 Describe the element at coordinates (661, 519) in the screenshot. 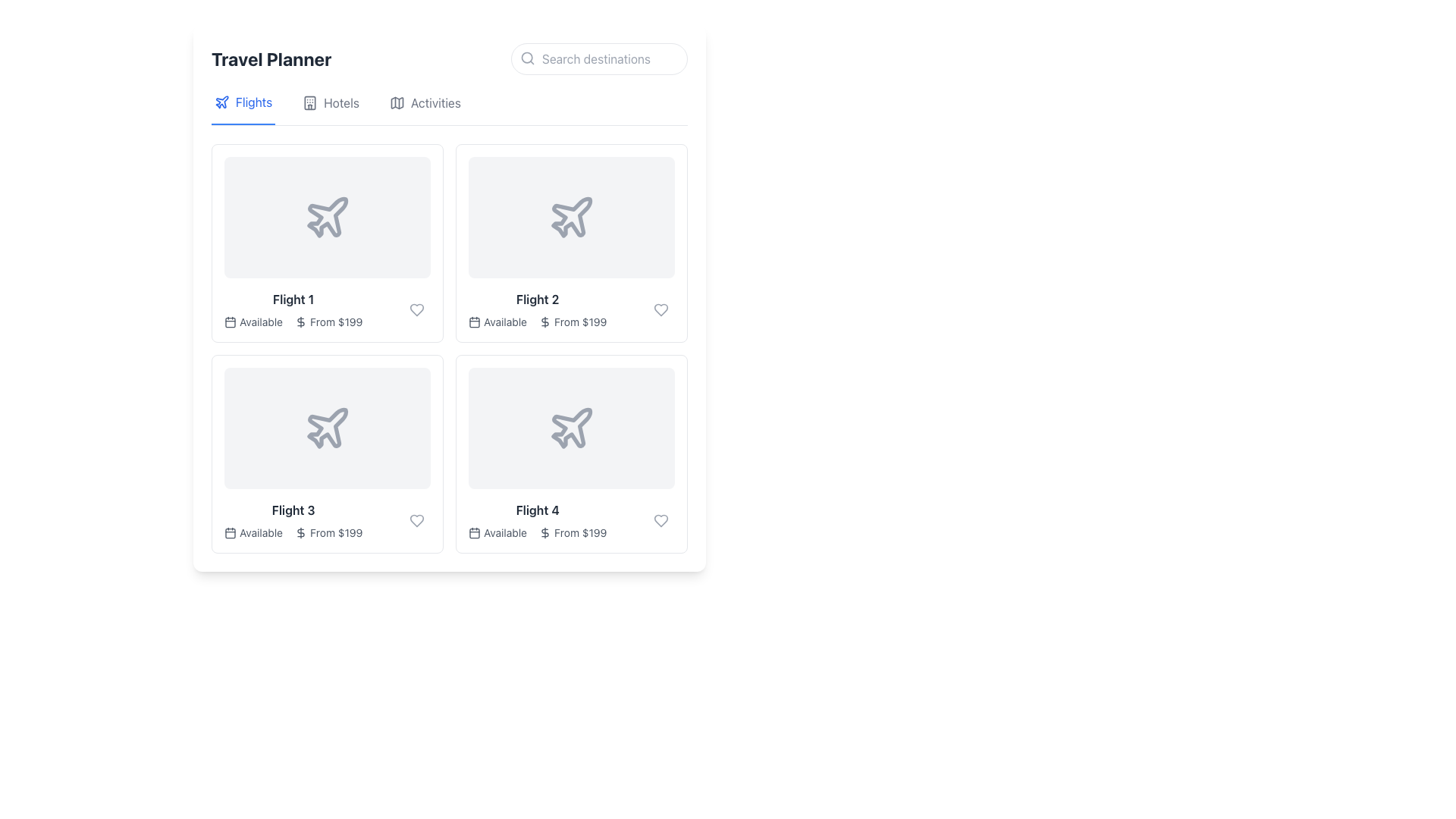

I see `the heart-shaped button located at the bottom-right corner of the cell associated with 'Flight 4'` at that location.